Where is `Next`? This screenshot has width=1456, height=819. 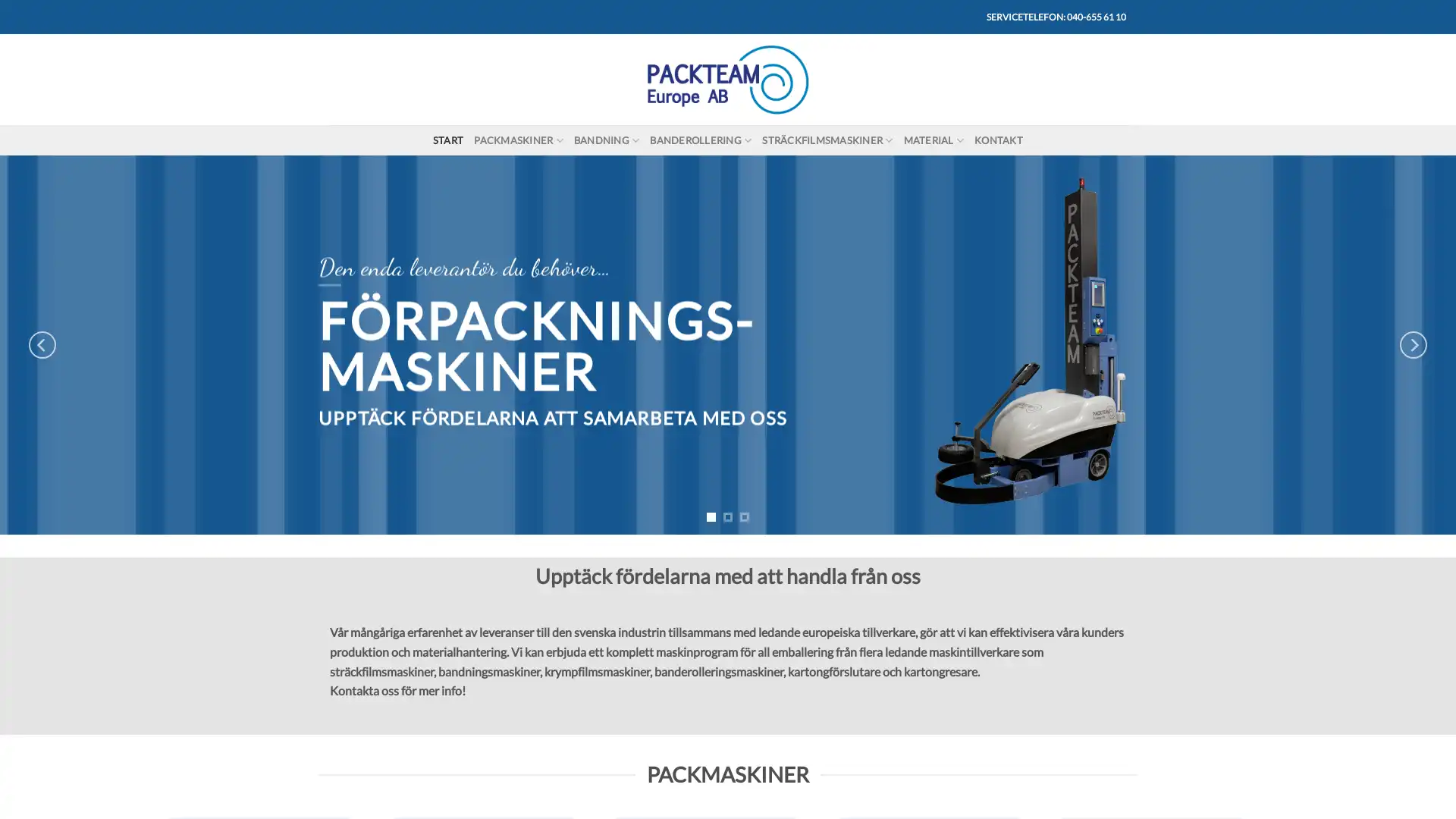
Next is located at coordinates (1123, 570).